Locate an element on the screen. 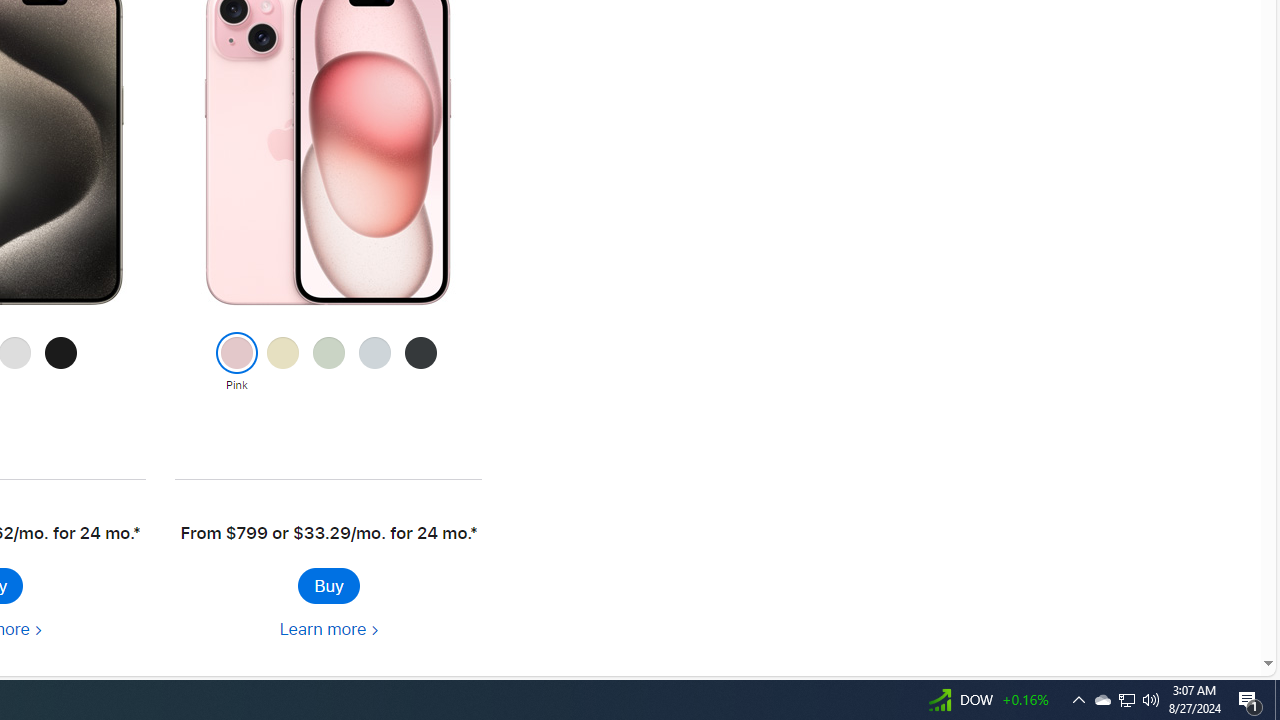 The image size is (1280, 720). 'Yellow' is located at coordinates (281, 363).